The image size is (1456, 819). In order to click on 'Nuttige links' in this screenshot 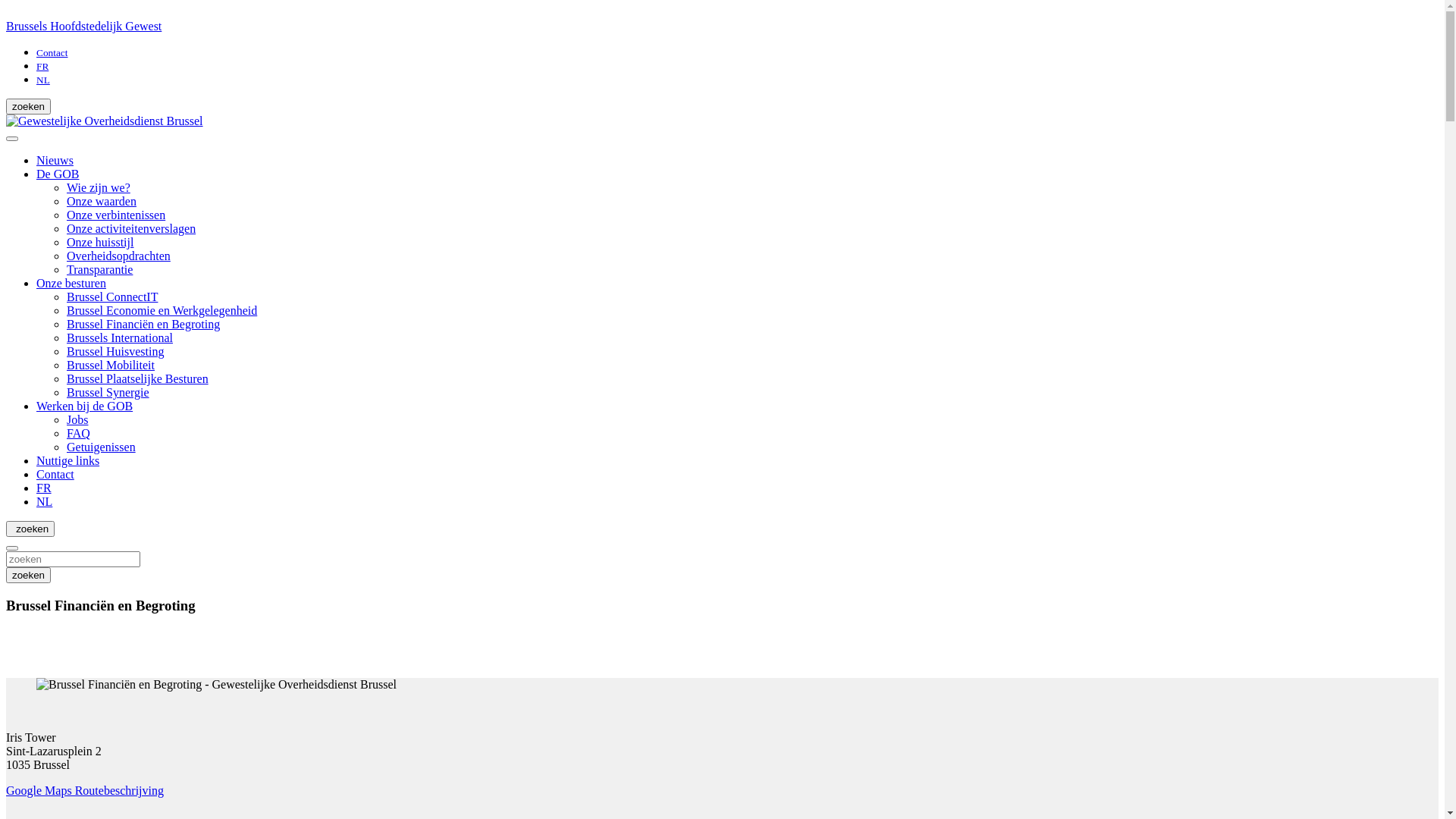, I will do `click(67, 460)`.